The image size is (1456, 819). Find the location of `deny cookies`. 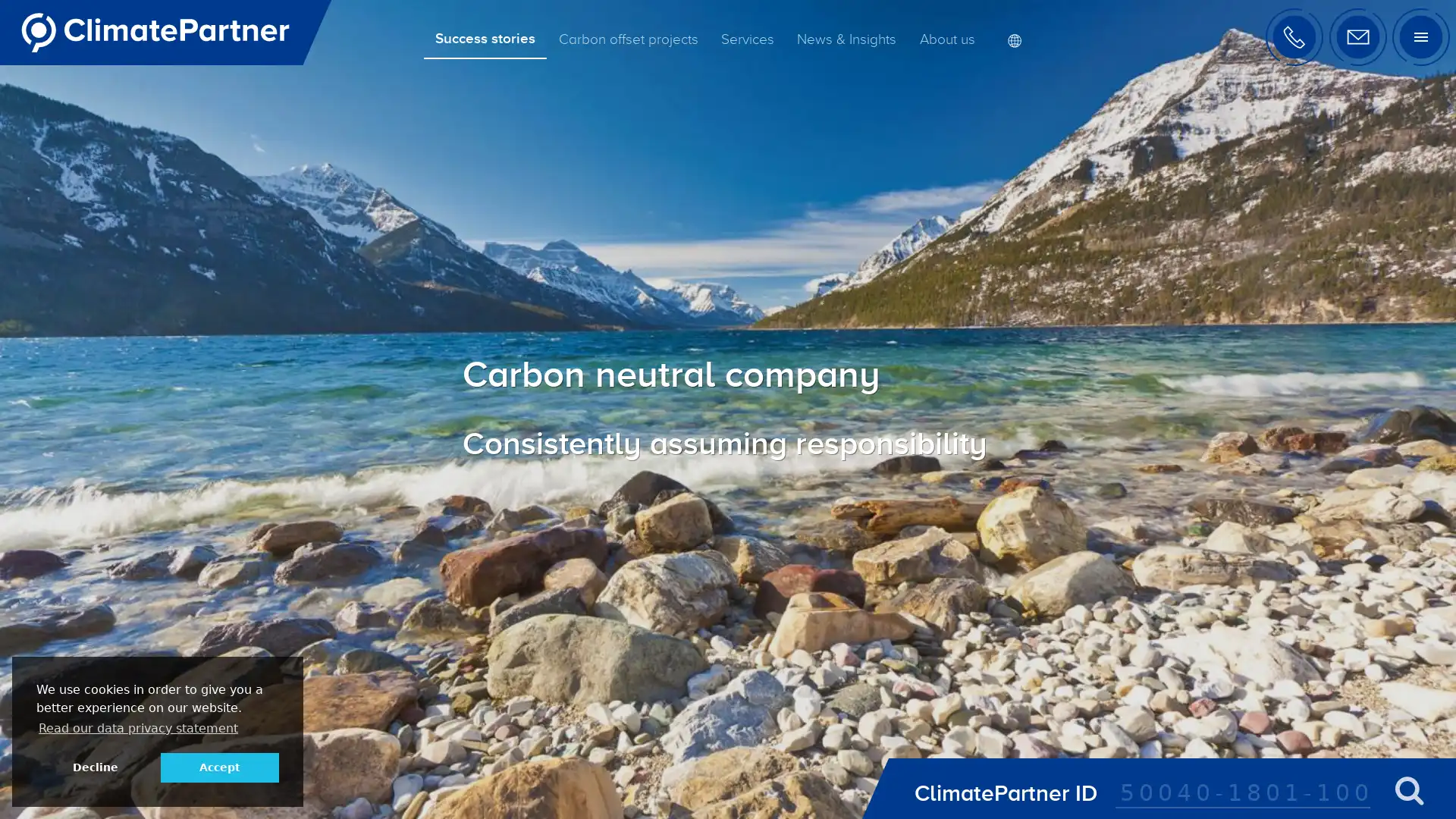

deny cookies is located at coordinates (94, 767).